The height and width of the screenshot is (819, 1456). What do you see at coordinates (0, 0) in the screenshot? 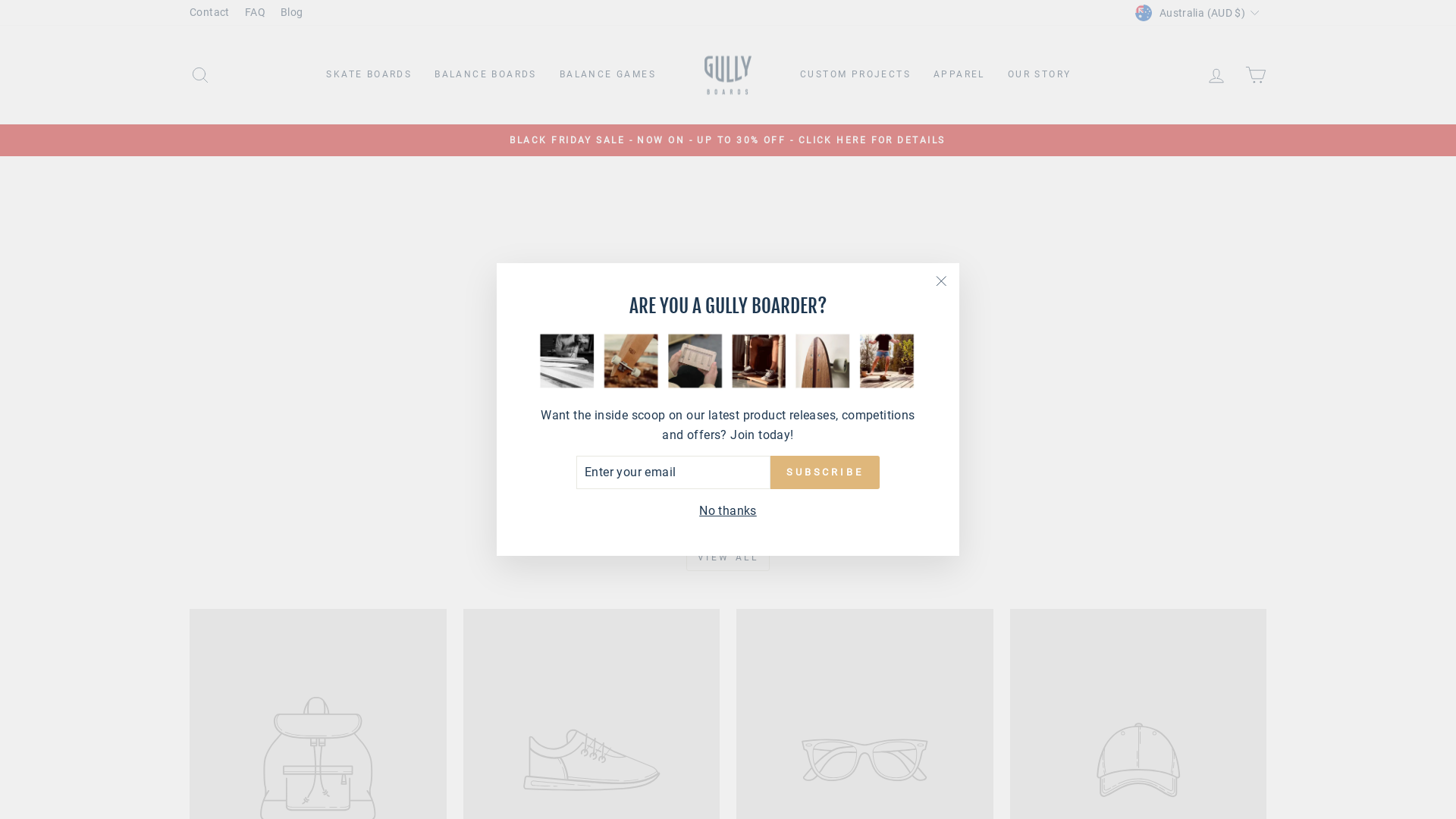
I see `'Skip to content'` at bounding box center [0, 0].